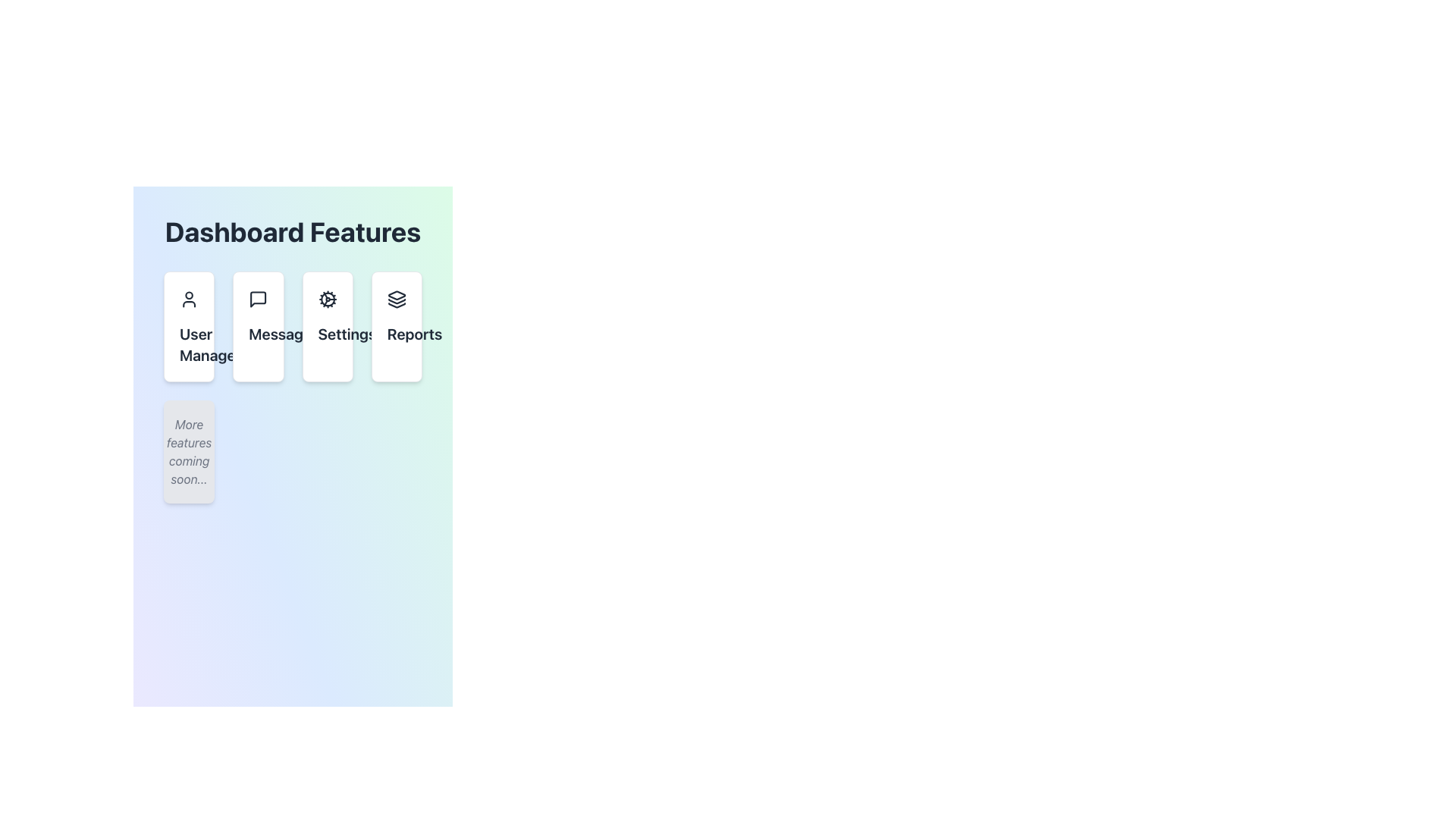 The height and width of the screenshot is (819, 1456). Describe the element at coordinates (327, 333) in the screenshot. I see `on the bold, centered text label that reads 'Settings' located within the third card from the left in a row of four cards under 'Dashboard Features'` at that location.